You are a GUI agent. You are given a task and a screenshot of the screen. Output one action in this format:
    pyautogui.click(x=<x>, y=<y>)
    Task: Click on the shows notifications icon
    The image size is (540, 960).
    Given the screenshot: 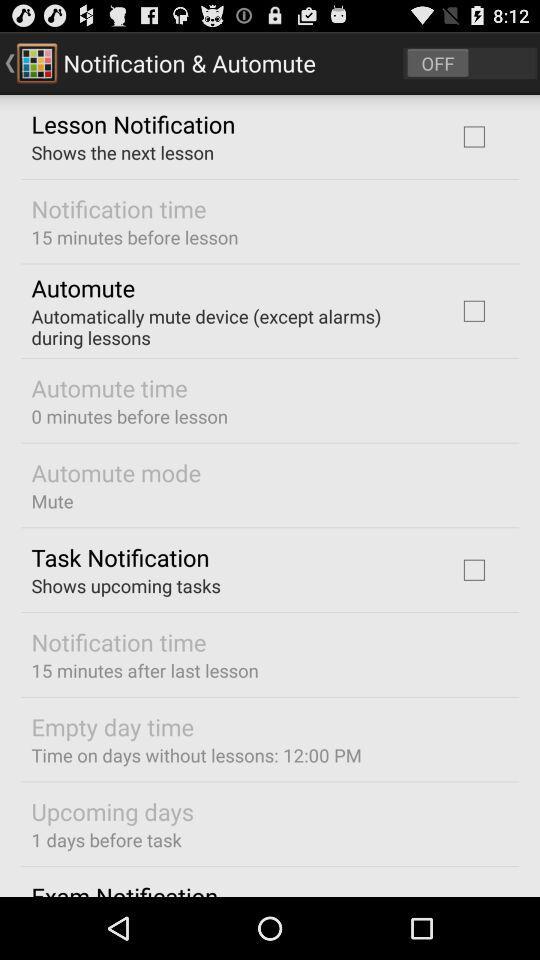 What is the action you would take?
    pyautogui.click(x=470, y=62)
    